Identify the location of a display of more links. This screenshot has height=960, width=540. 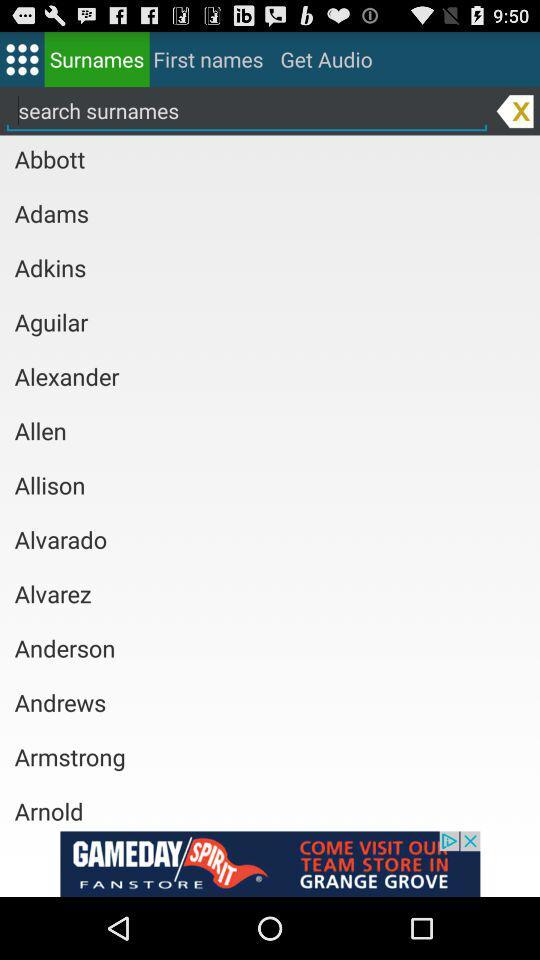
(21, 58).